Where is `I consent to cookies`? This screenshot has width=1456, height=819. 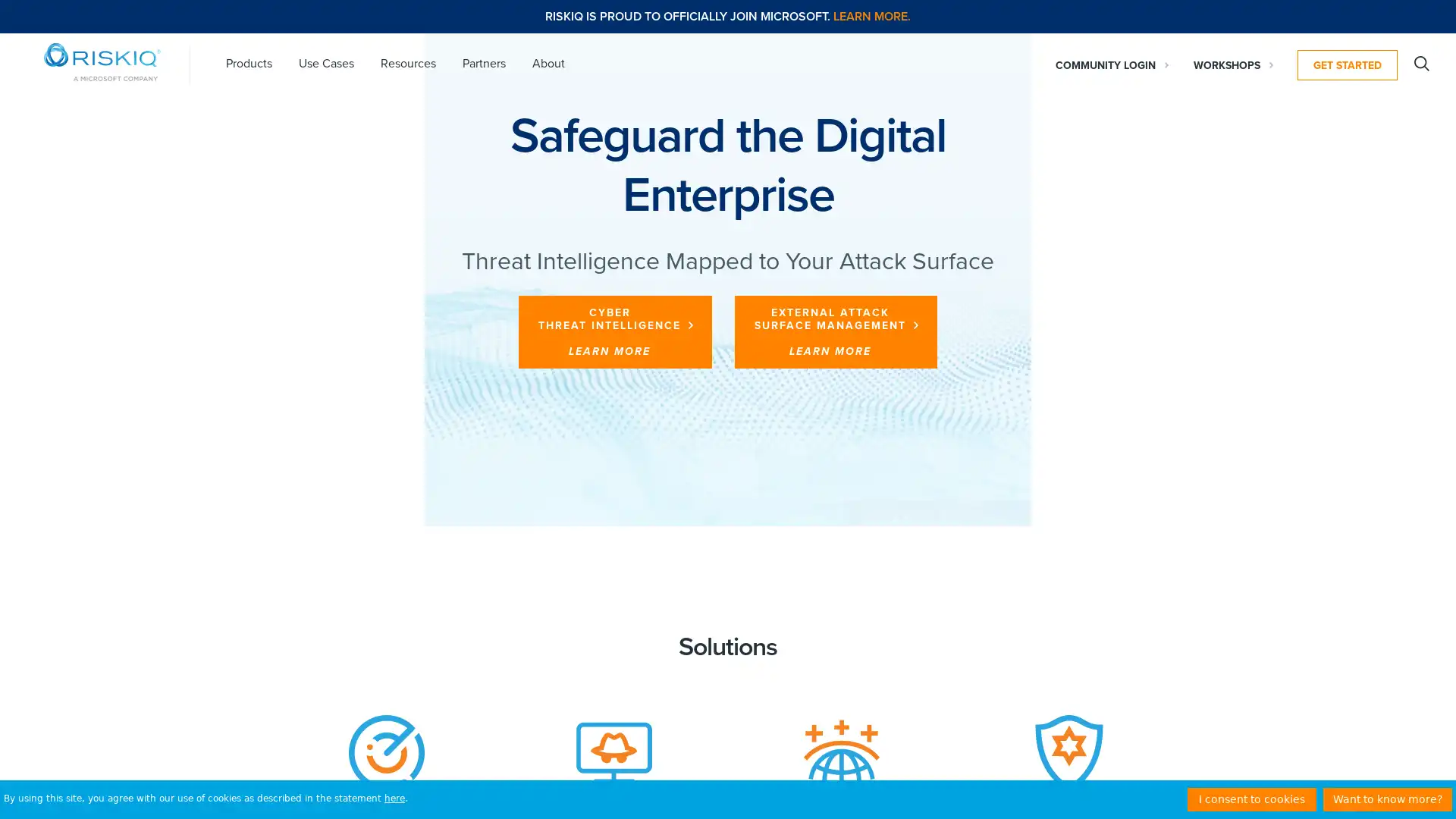
I consent to cookies is located at coordinates (1252, 799).